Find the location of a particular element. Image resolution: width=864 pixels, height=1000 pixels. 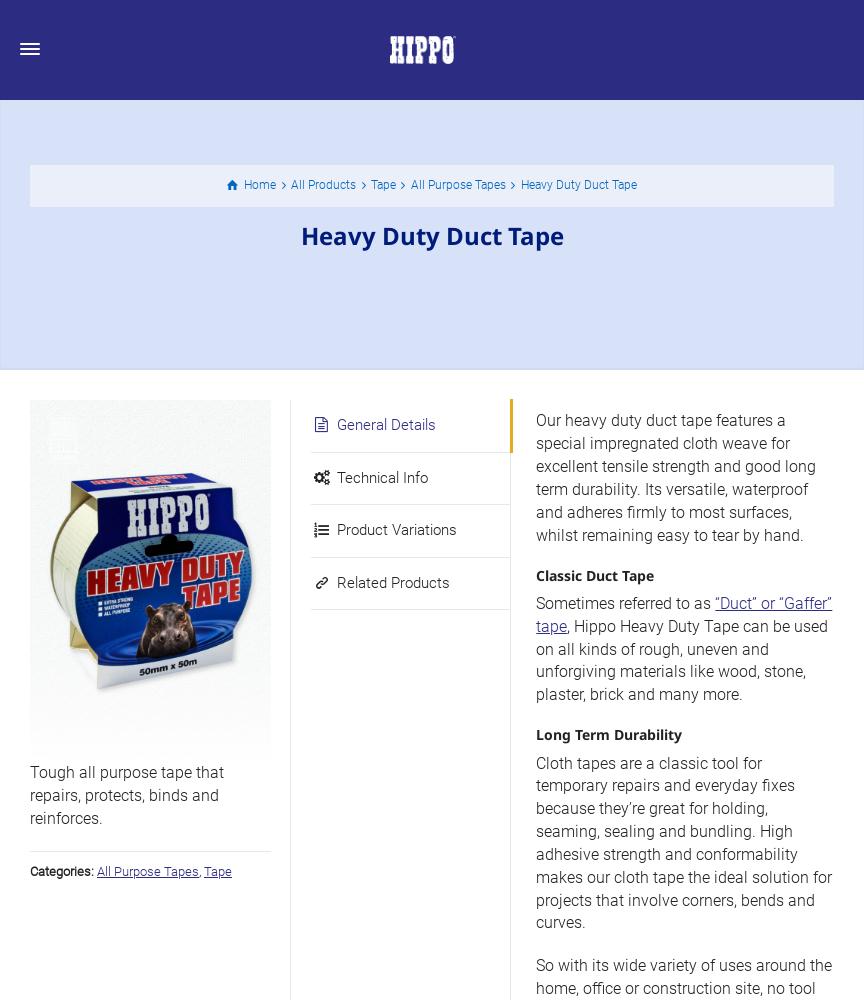

'“Duct” or “Gaffer” tape' is located at coordinates (684, 613).